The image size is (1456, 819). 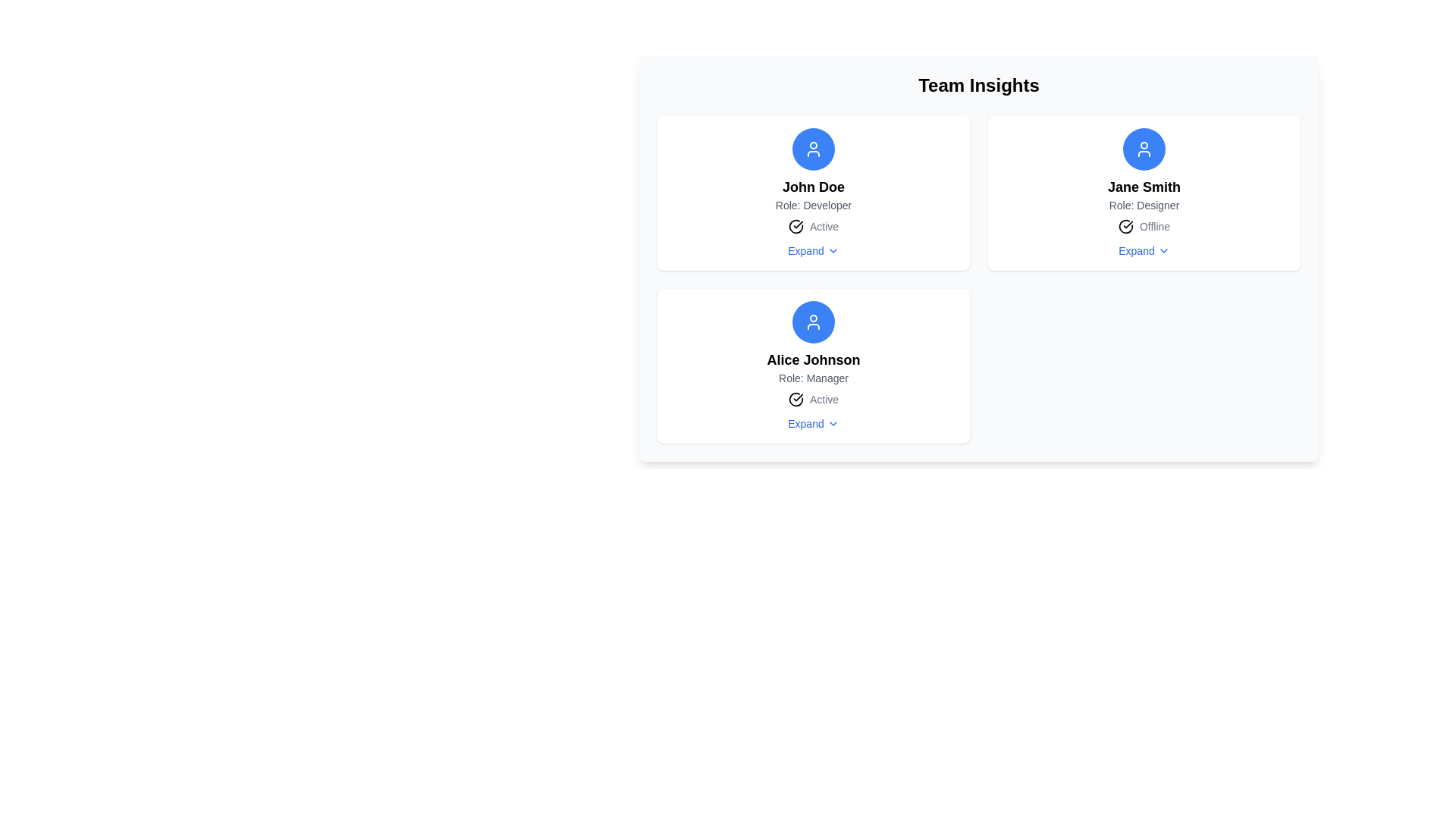 What do you see at coordinates (1144, 149) in the screenshot?
I see `the circular user icon with a blue background and white design, located in the top-right quadrant of the 'Jane Smith' team information card` at bounding box center [1144, 149].